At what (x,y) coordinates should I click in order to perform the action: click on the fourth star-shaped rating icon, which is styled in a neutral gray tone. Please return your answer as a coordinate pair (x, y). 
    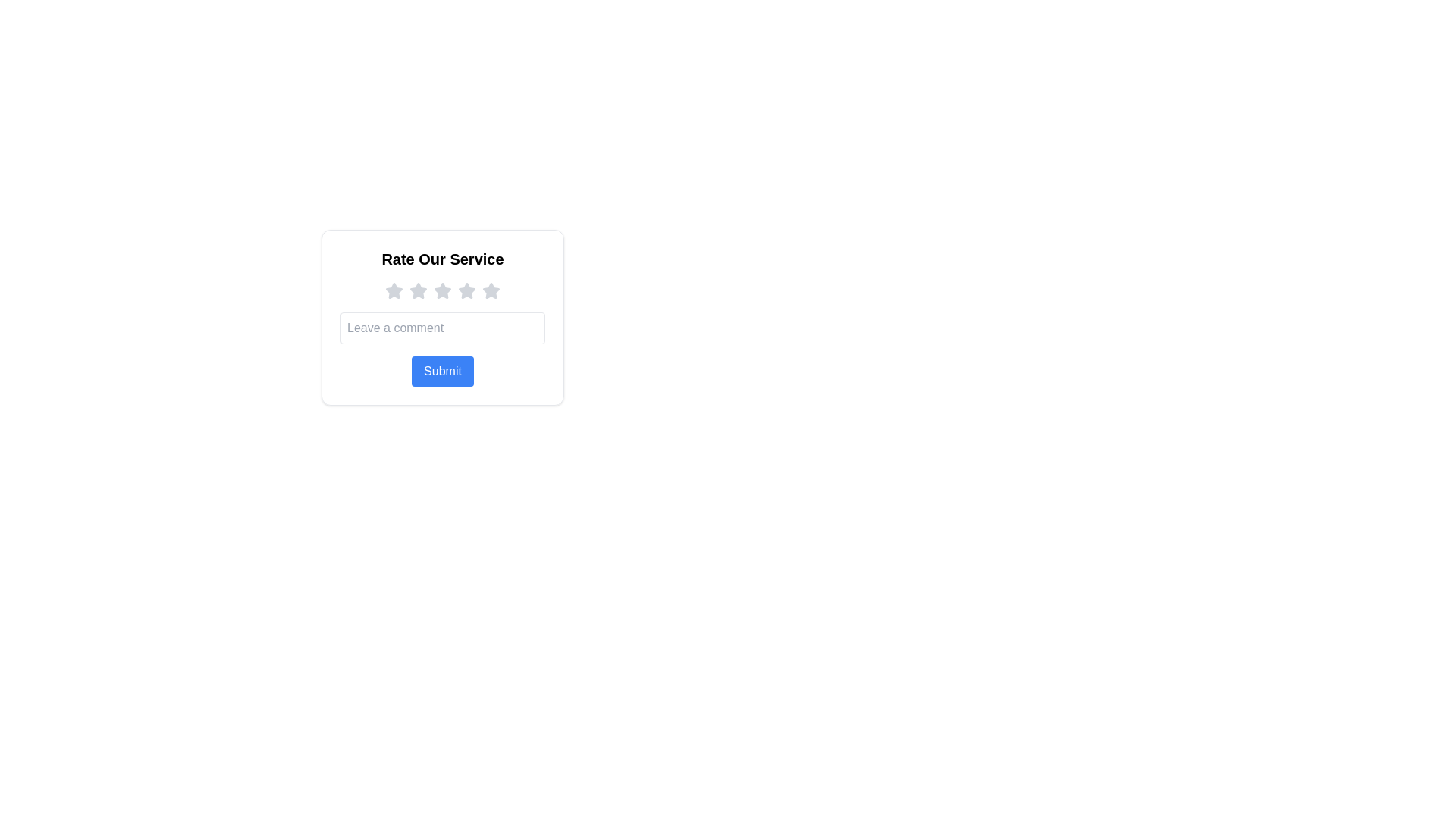
    Looking at the image, I should click on (466, 291).